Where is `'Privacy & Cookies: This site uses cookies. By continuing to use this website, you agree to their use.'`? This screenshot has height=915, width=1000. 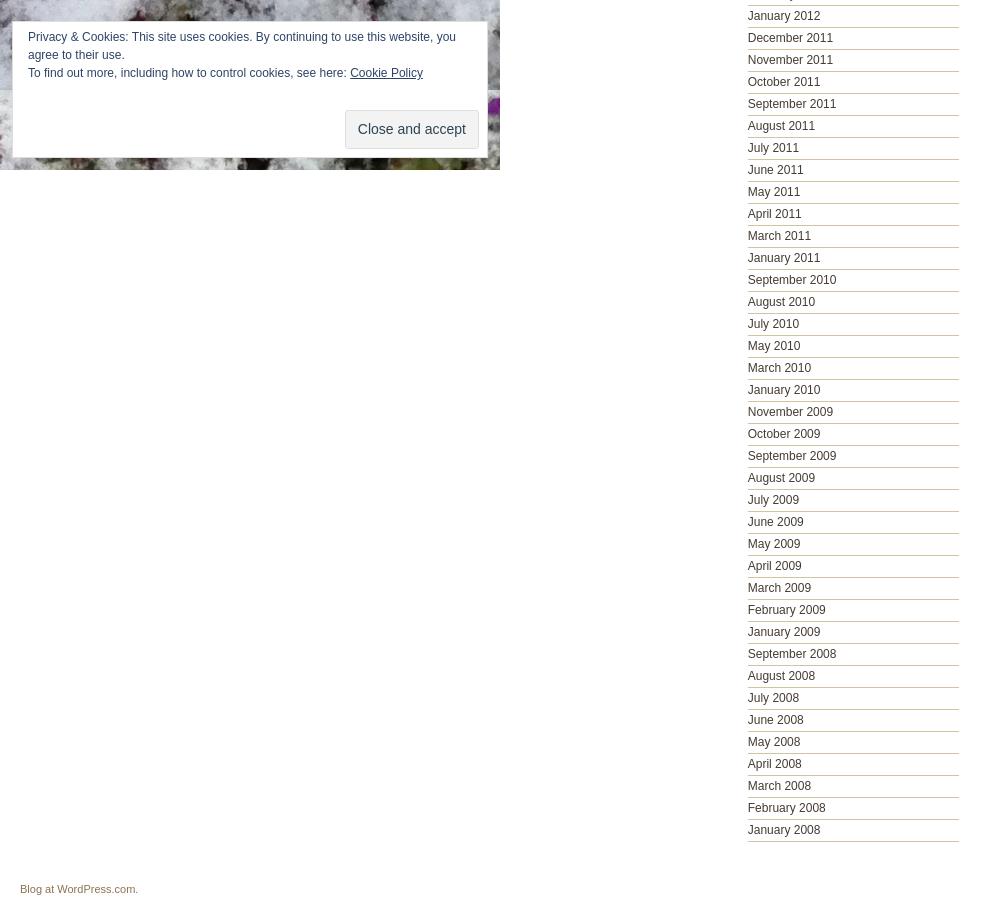
'Privacy & Cookies: This site uses cookies. By continuing to use this website, you agree to their use.' is located at coordinates (240, 46).